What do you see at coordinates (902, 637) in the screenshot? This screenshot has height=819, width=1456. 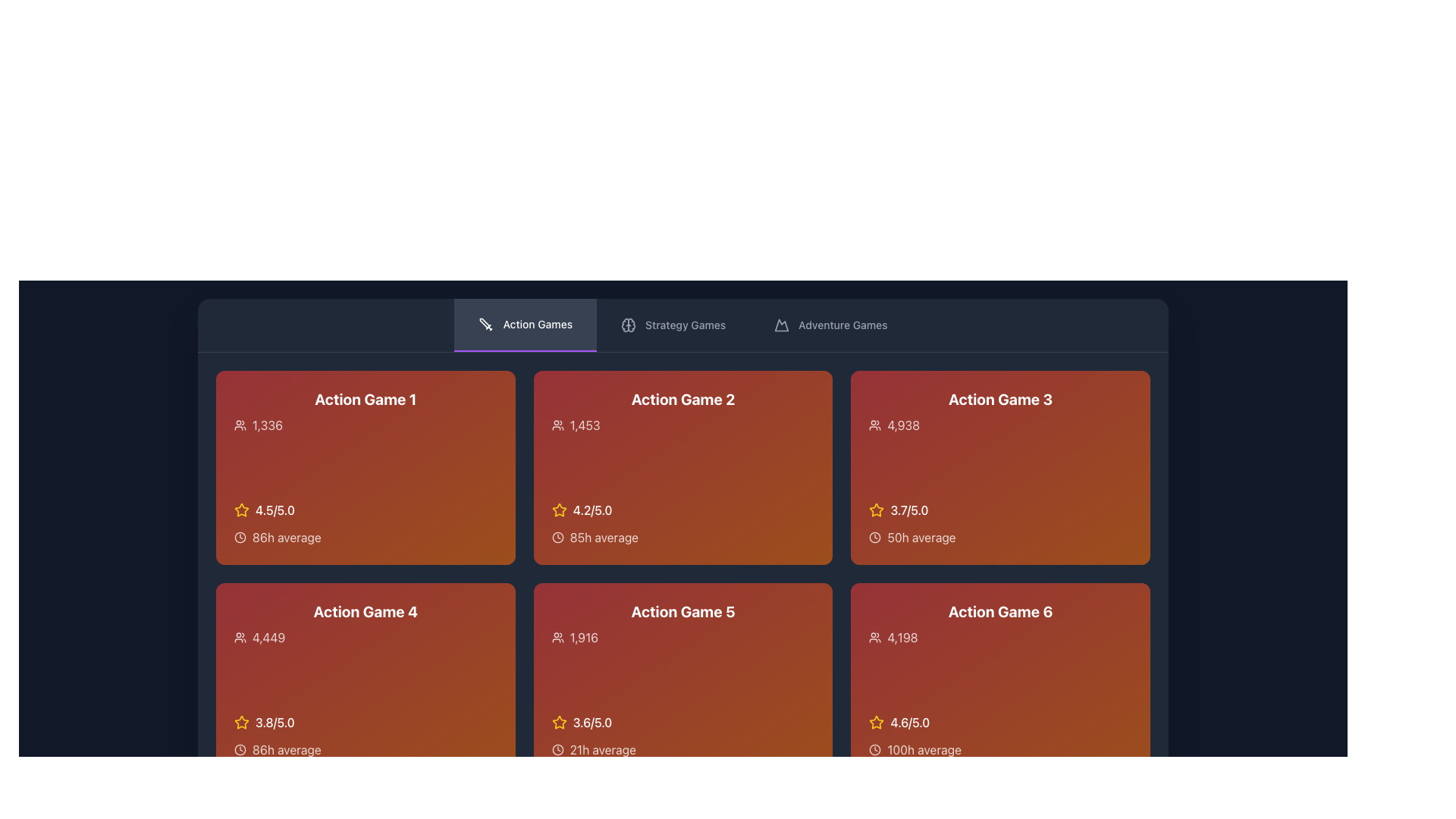 I see `the text label displaying the number '4,198' in white color, which is positioned in the lower-right corner of the 'Action Game 6' tile, to the left of the '4.6/5.0' rating` at bounding box center [902, 637].